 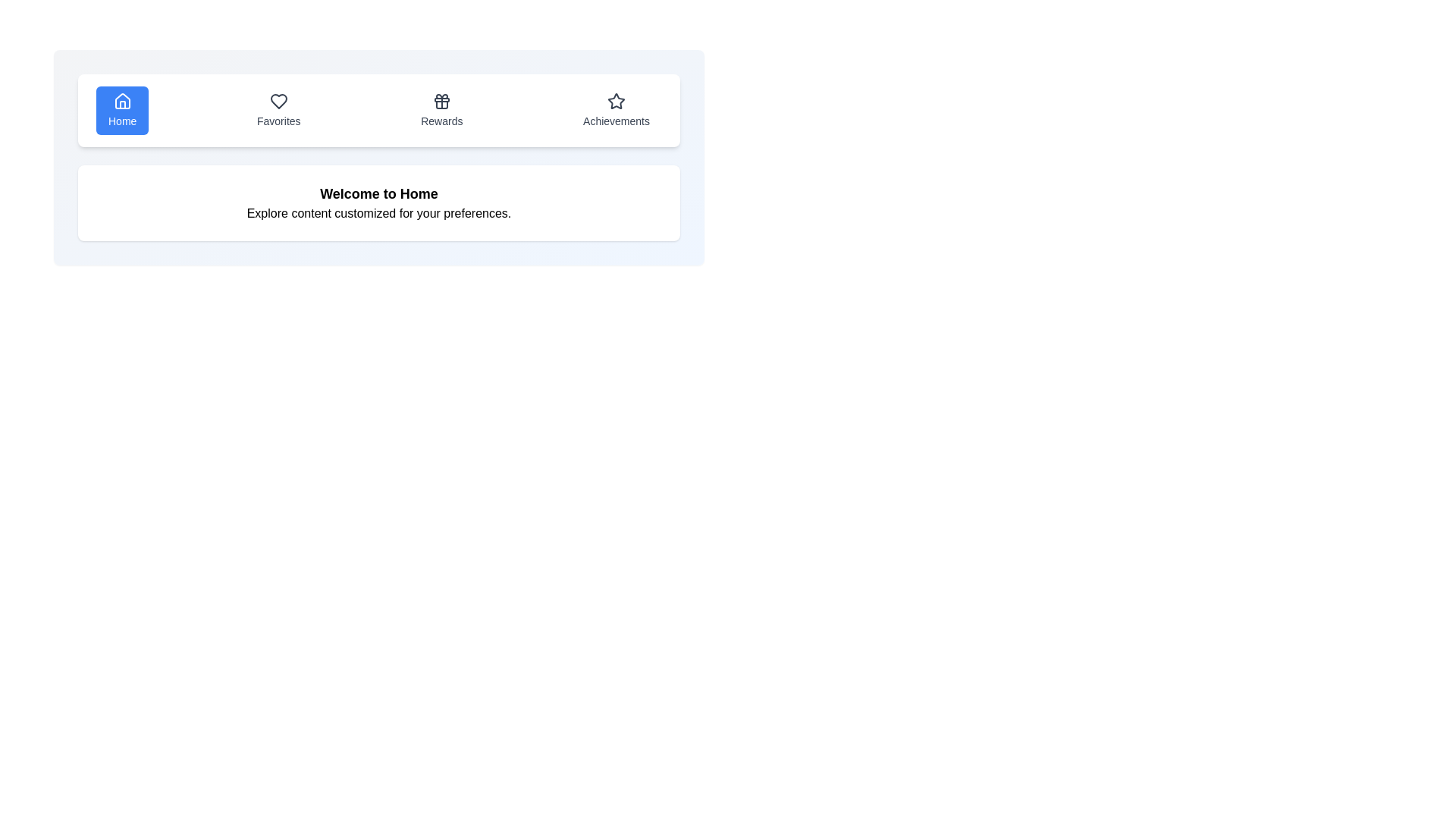 I want to click on the 'Achievements' button located at the far right of the navigation bar, so click(x=617, y=110).